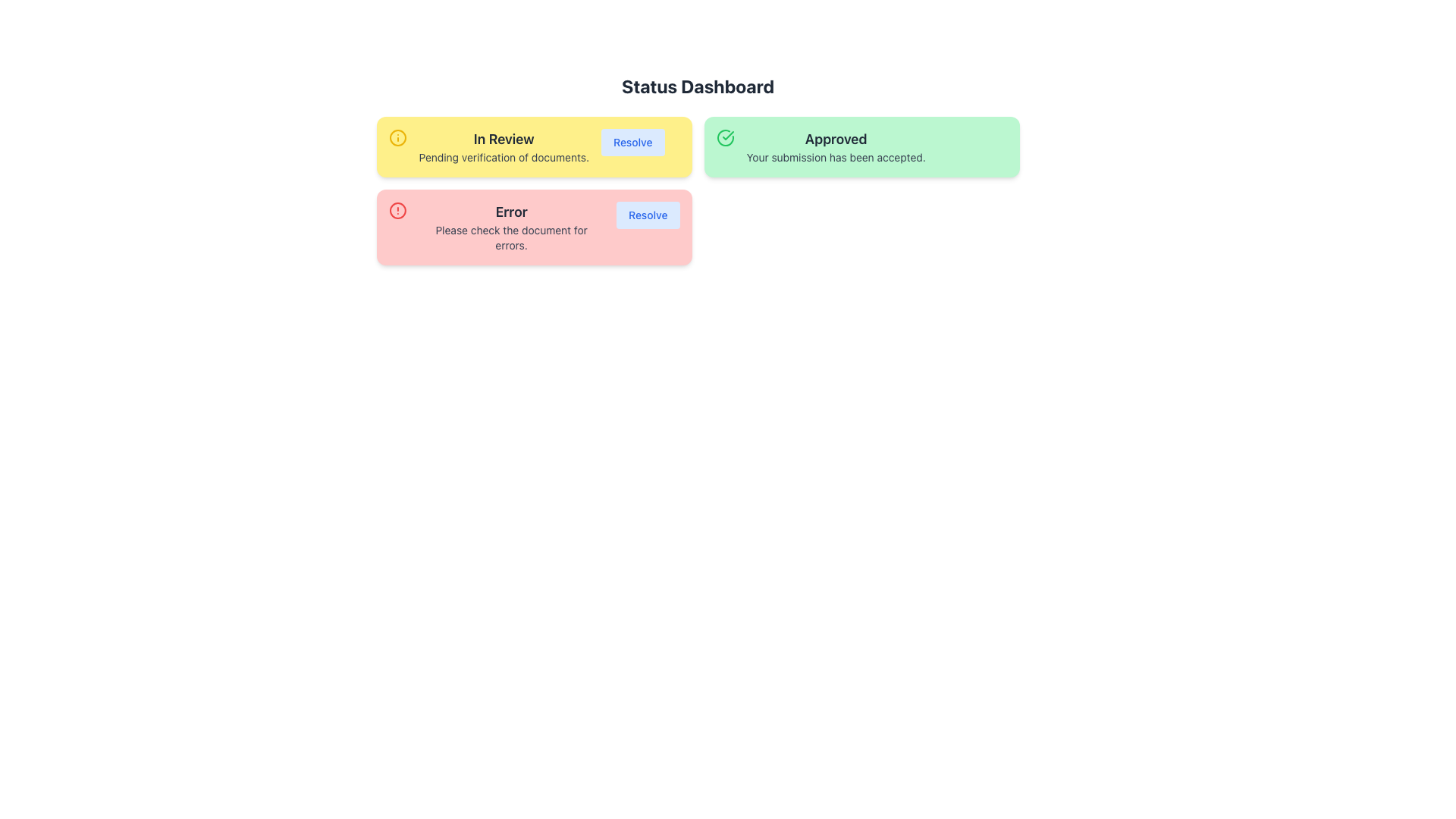 The image size is (1456, 819). Describe the element at coordinates (504, 158) in the screenshot. I see `the text label indicating that the verification of documents is pending, which is located in the yellow notification box labeled 'In Review.'` at that location.